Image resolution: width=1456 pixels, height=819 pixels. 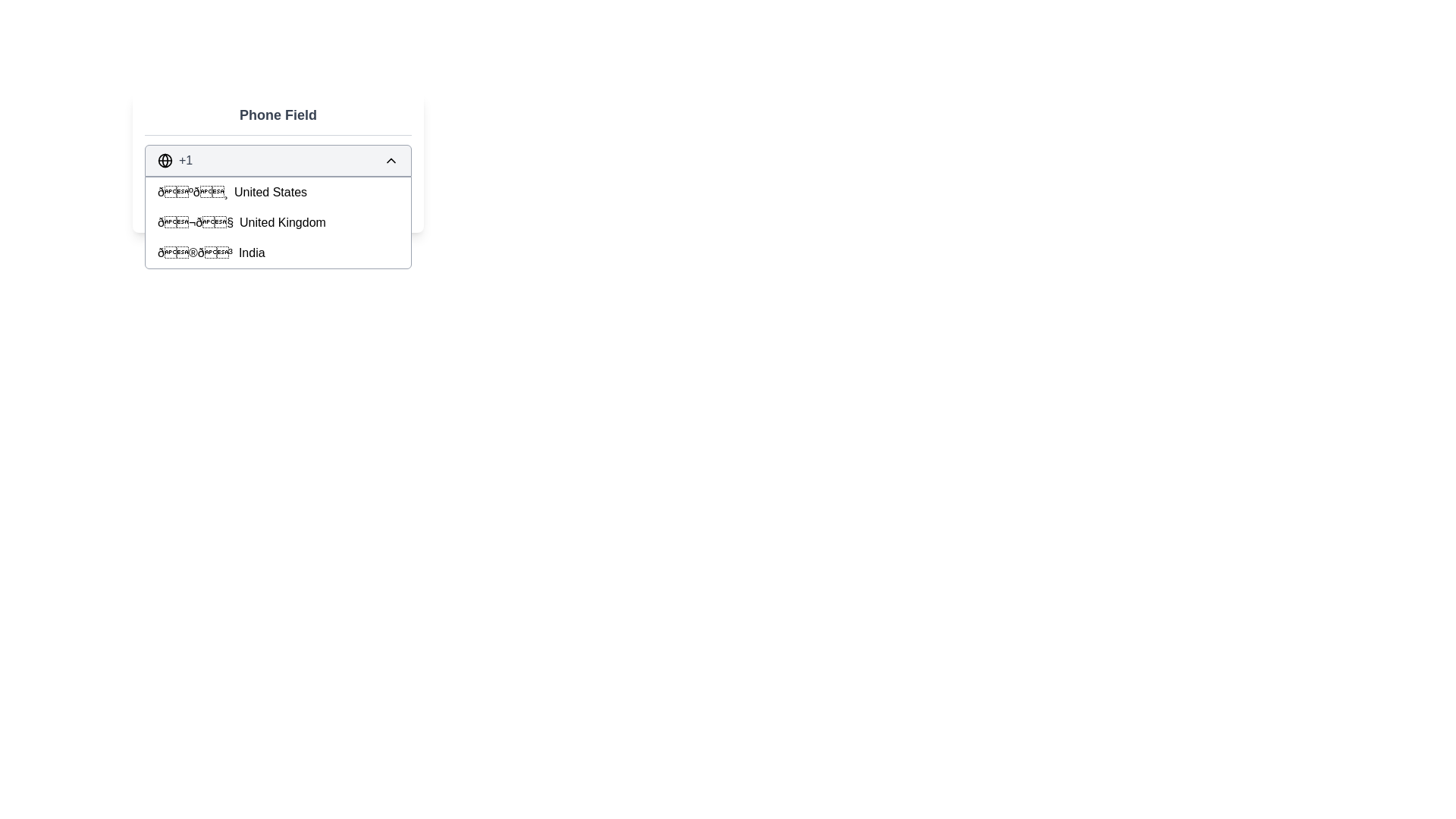 What do you see at coordinates (165, 161) in the screenshot?
I see `the circular decorative vector element that is part of the globe icon, located to the left of the country code text input field` at bounding box center [165, 161].